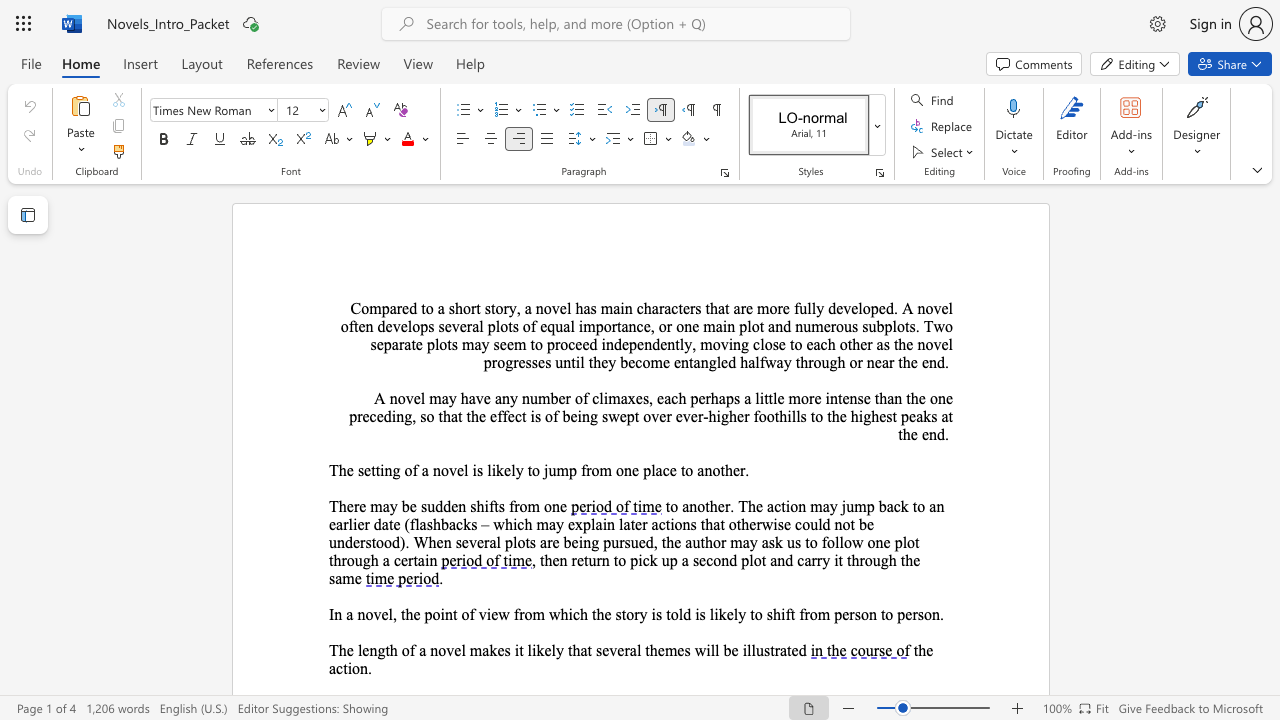 The image size is (1280, 720). What do you see at coordinates (816, 308) in the screenshot?
I see `the subset text "y developed. A novel often develops several plots of equ" within the text "Compared to a short story, a novel has main characters that are more fully developed. A novel often develops several plots of equal importance, or one main plot and"` at bounding box center [816, 308].